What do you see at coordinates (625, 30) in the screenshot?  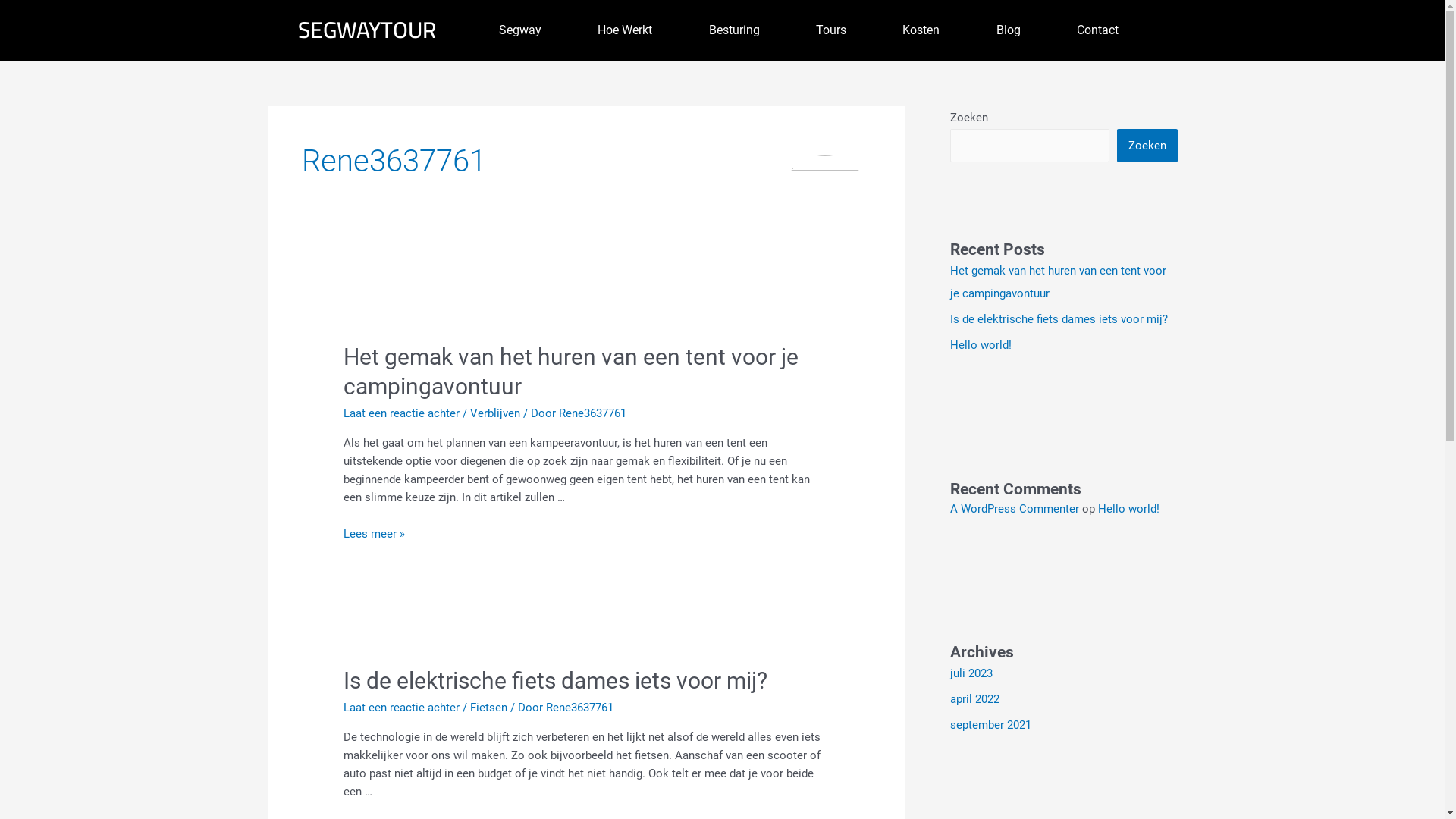 I see `'Hoe Werkt'` at bounding box center [625, 30].